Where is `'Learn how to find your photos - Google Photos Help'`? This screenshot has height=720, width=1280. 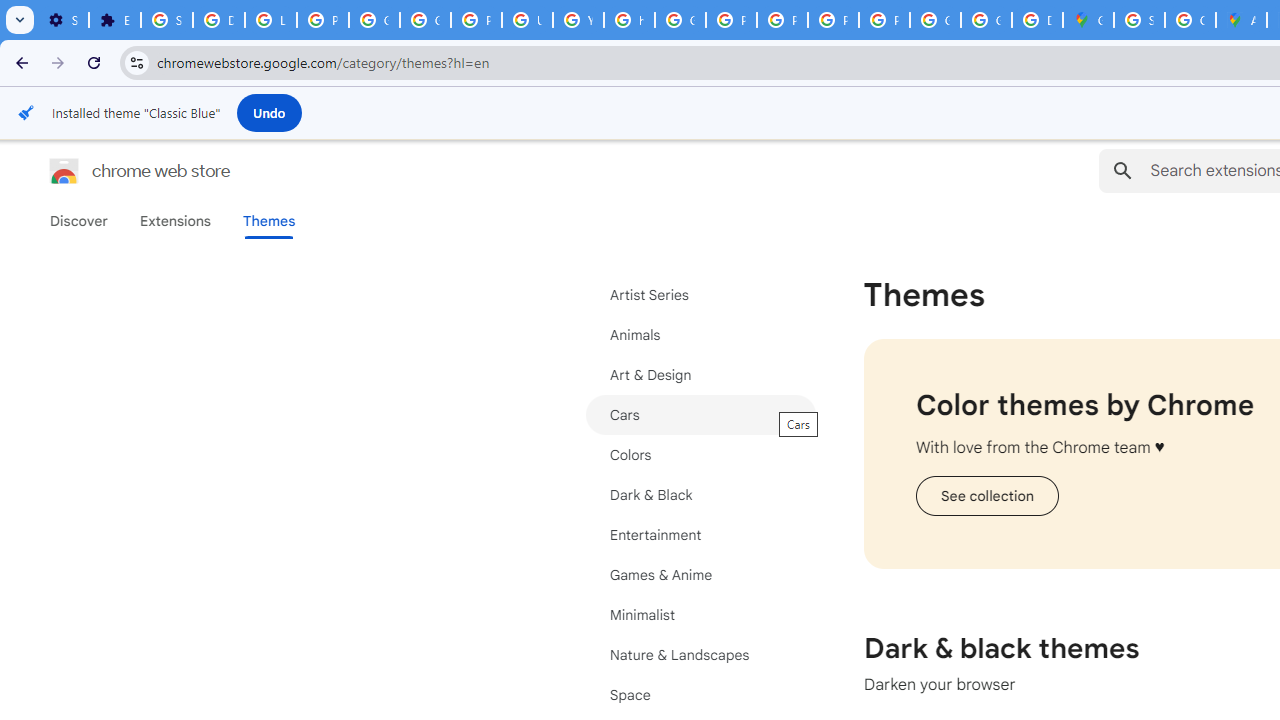
'Learn how to find your photos - Google Photos Help' is located at coordinates (269, 20).